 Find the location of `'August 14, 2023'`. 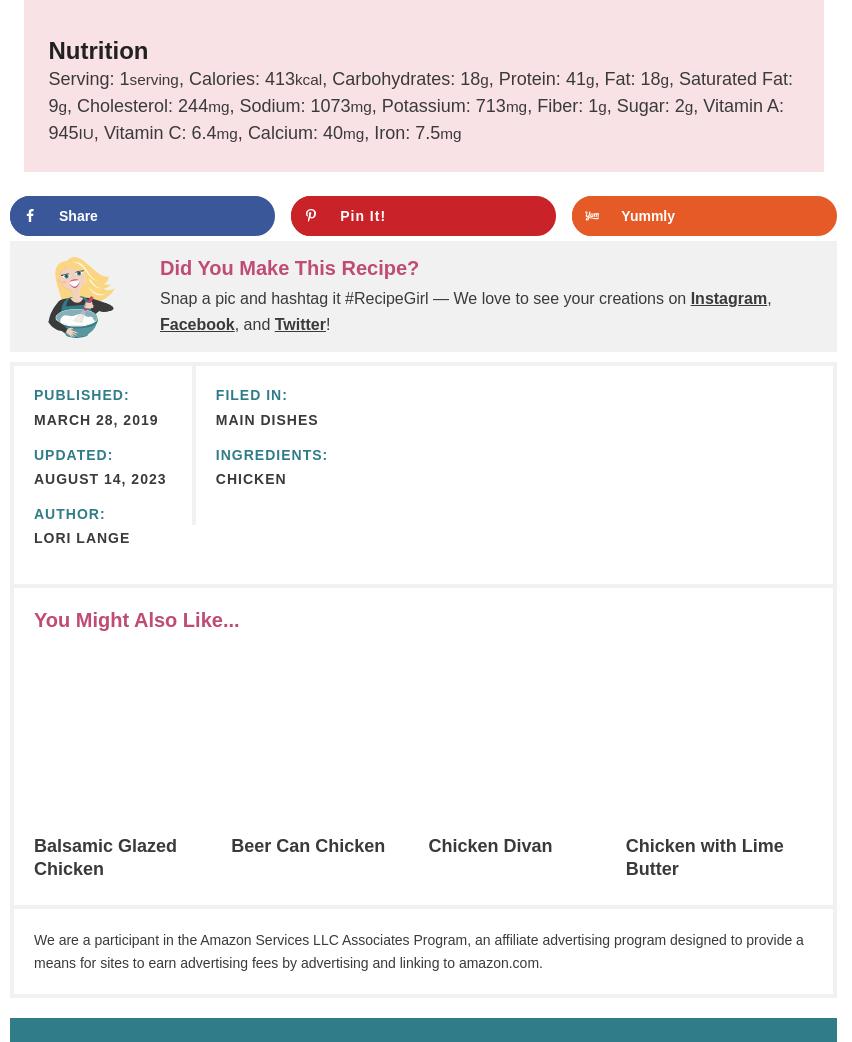

'August 14, 2023' is located at coordinates (99, 479).